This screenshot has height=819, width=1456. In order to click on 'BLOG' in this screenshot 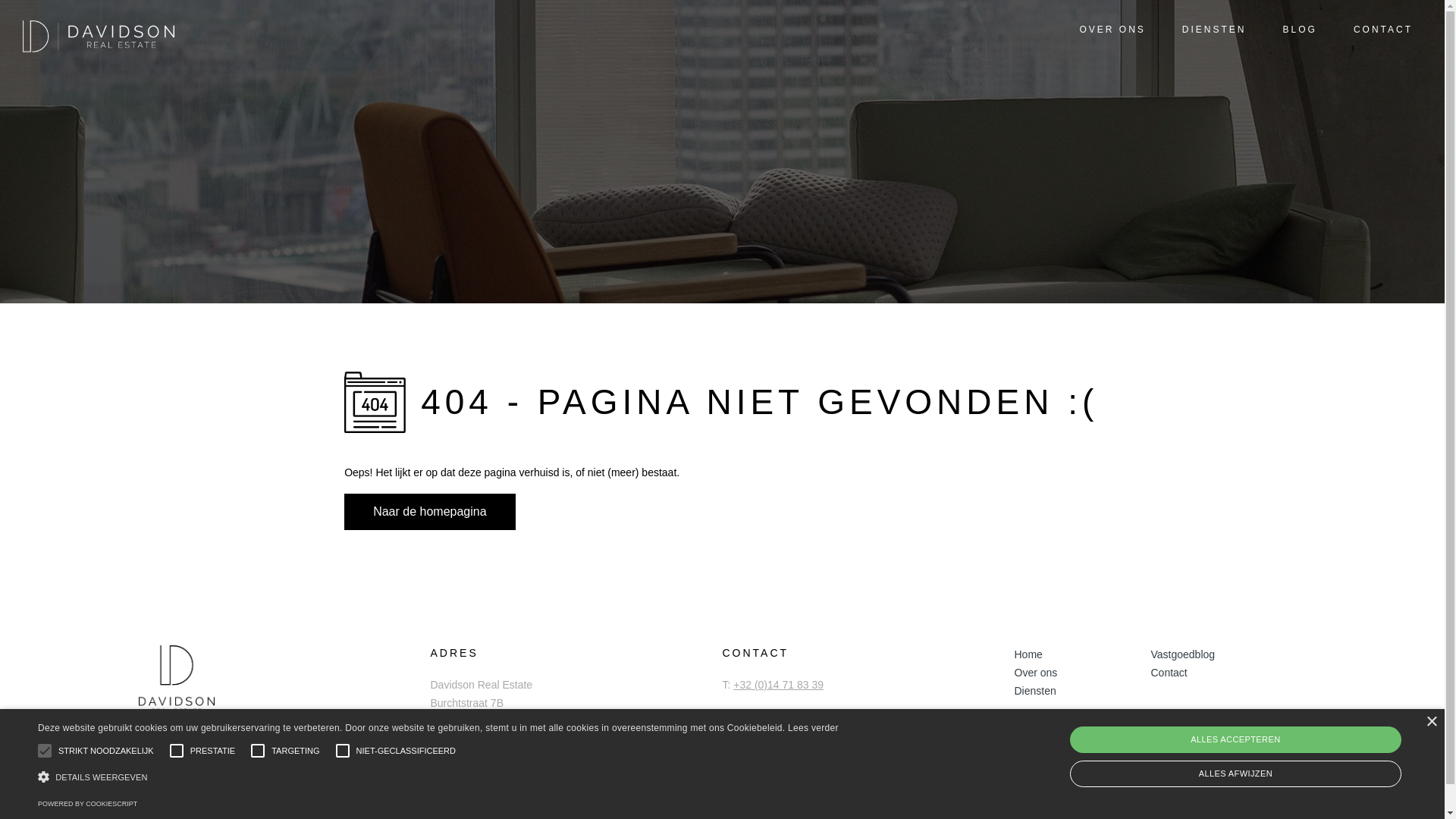, I will do `click(1290, 30)`.